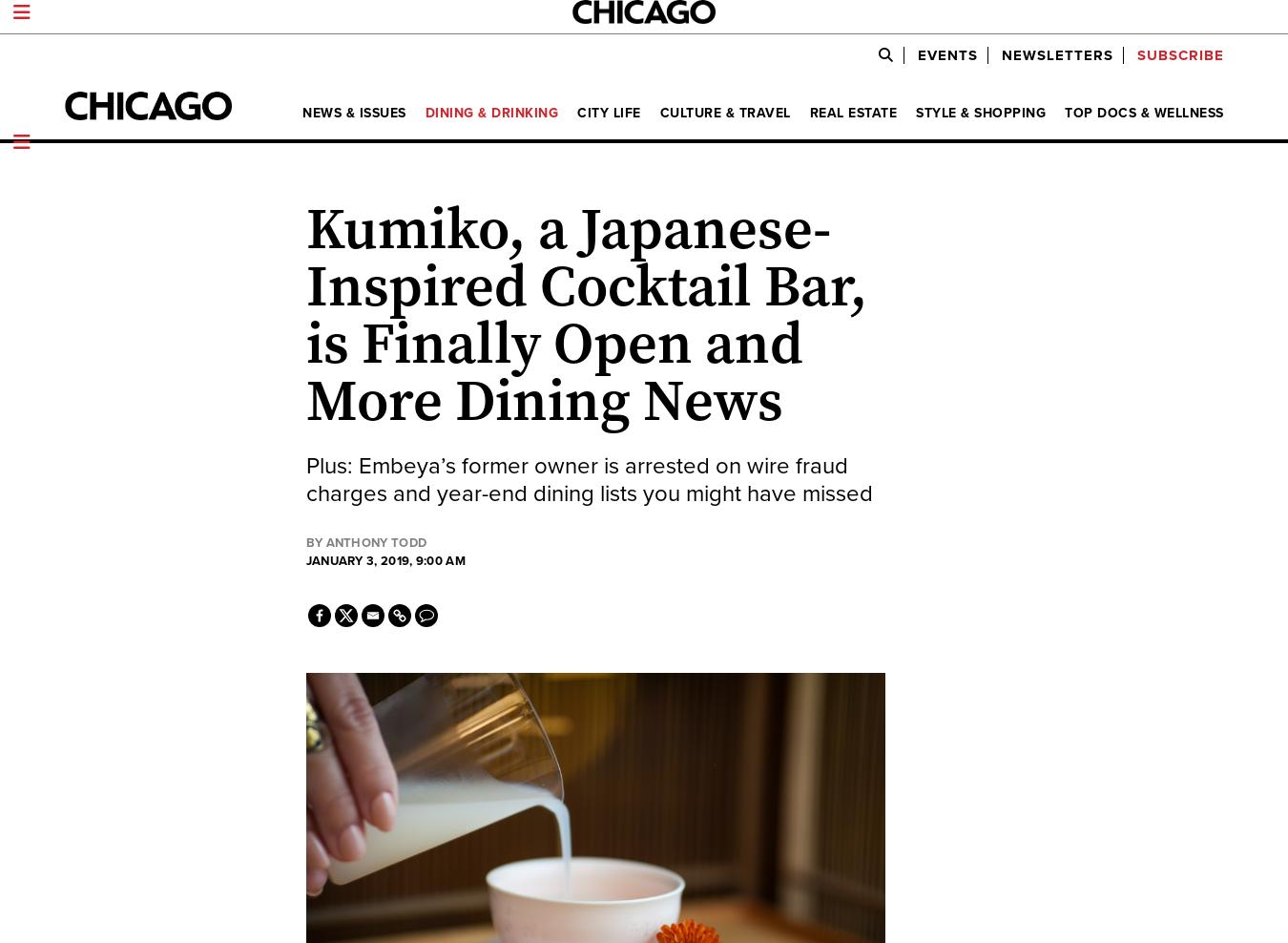 Image resolution: width=1288 pixels, height=943 pixels. I want to click on 'Events', so click(945, 53).